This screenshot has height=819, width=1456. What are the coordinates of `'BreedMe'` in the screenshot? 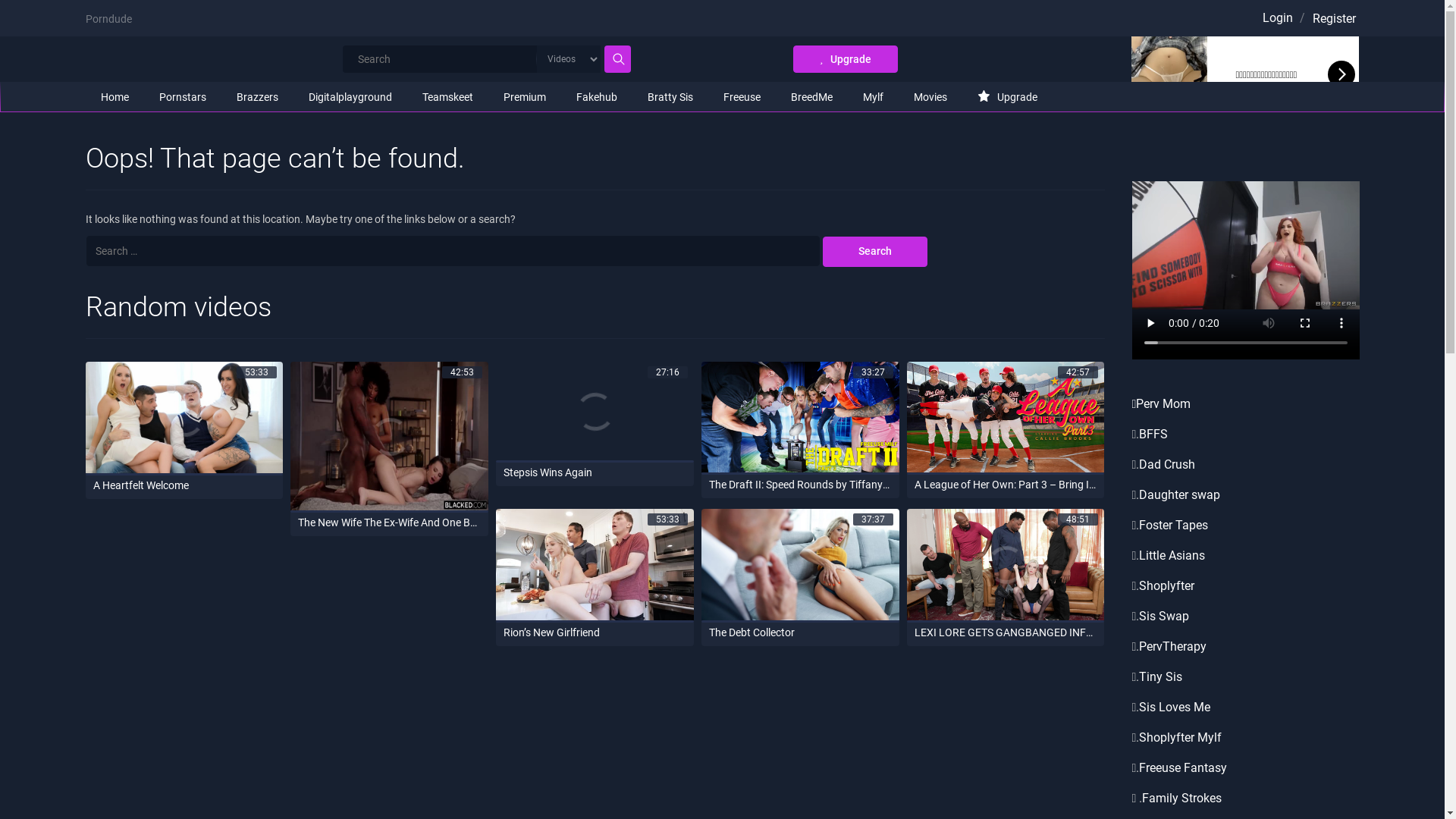 It's located at (810, 96).